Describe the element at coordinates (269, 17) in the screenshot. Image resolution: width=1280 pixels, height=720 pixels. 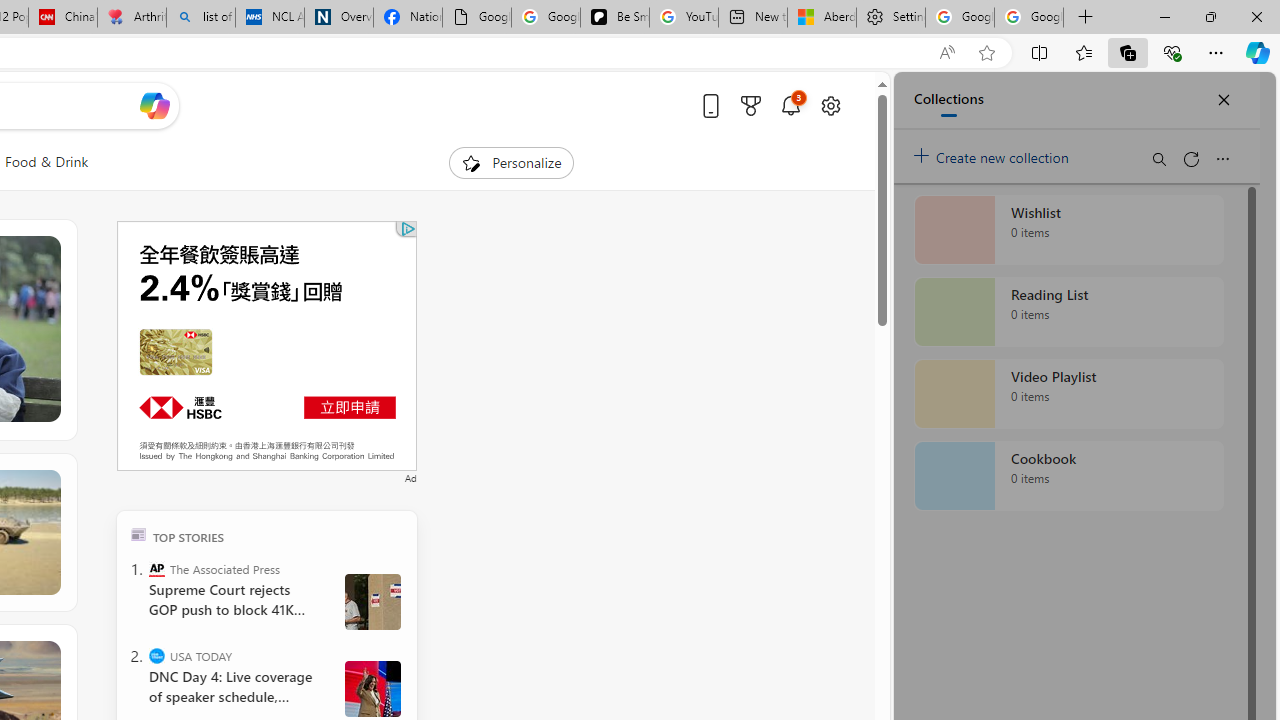
I see `'NCL Adult Asthma Inhaler Choice Guideline'` at that location.